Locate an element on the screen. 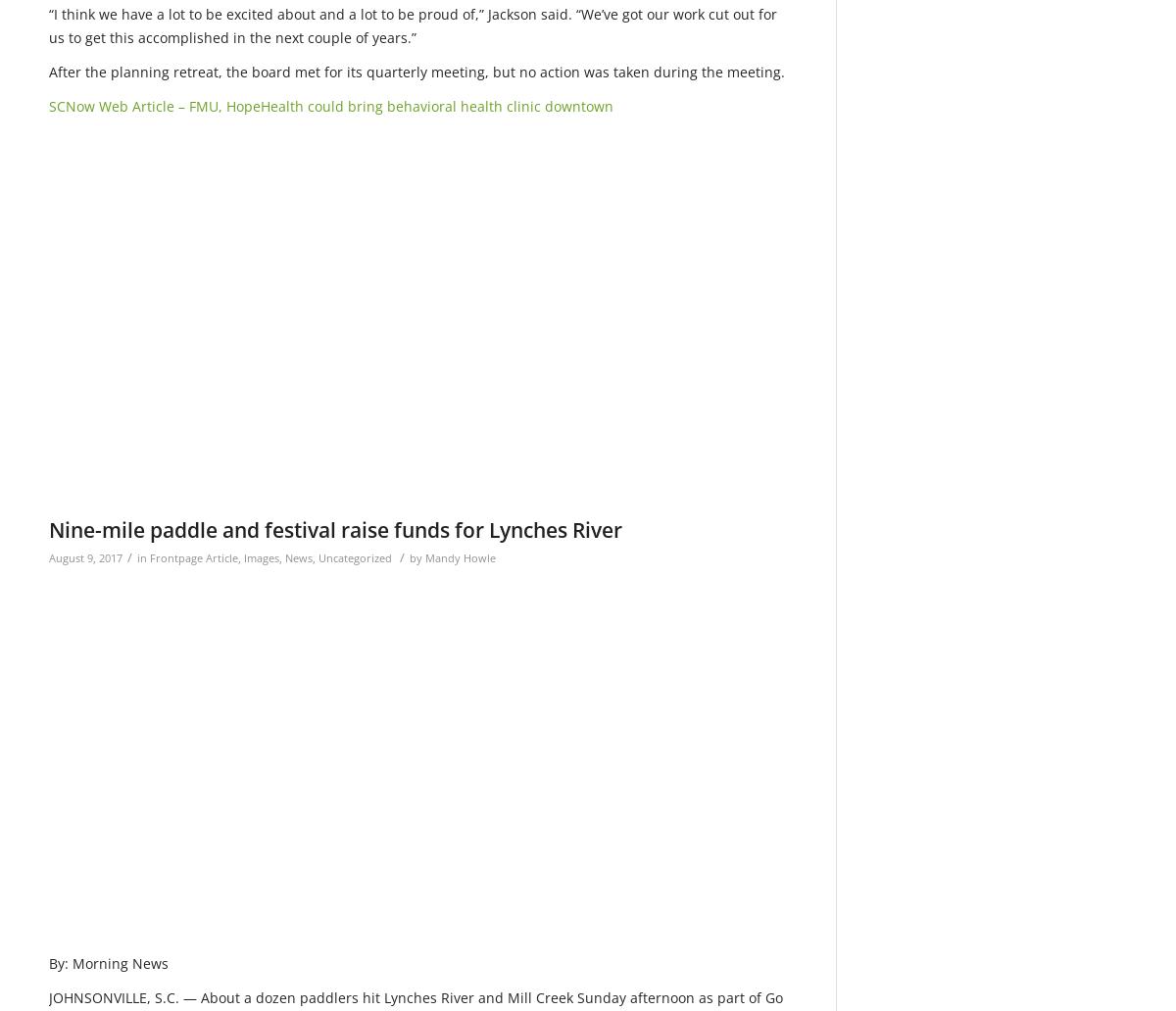  'Images' is located at coordinates (243, 556).